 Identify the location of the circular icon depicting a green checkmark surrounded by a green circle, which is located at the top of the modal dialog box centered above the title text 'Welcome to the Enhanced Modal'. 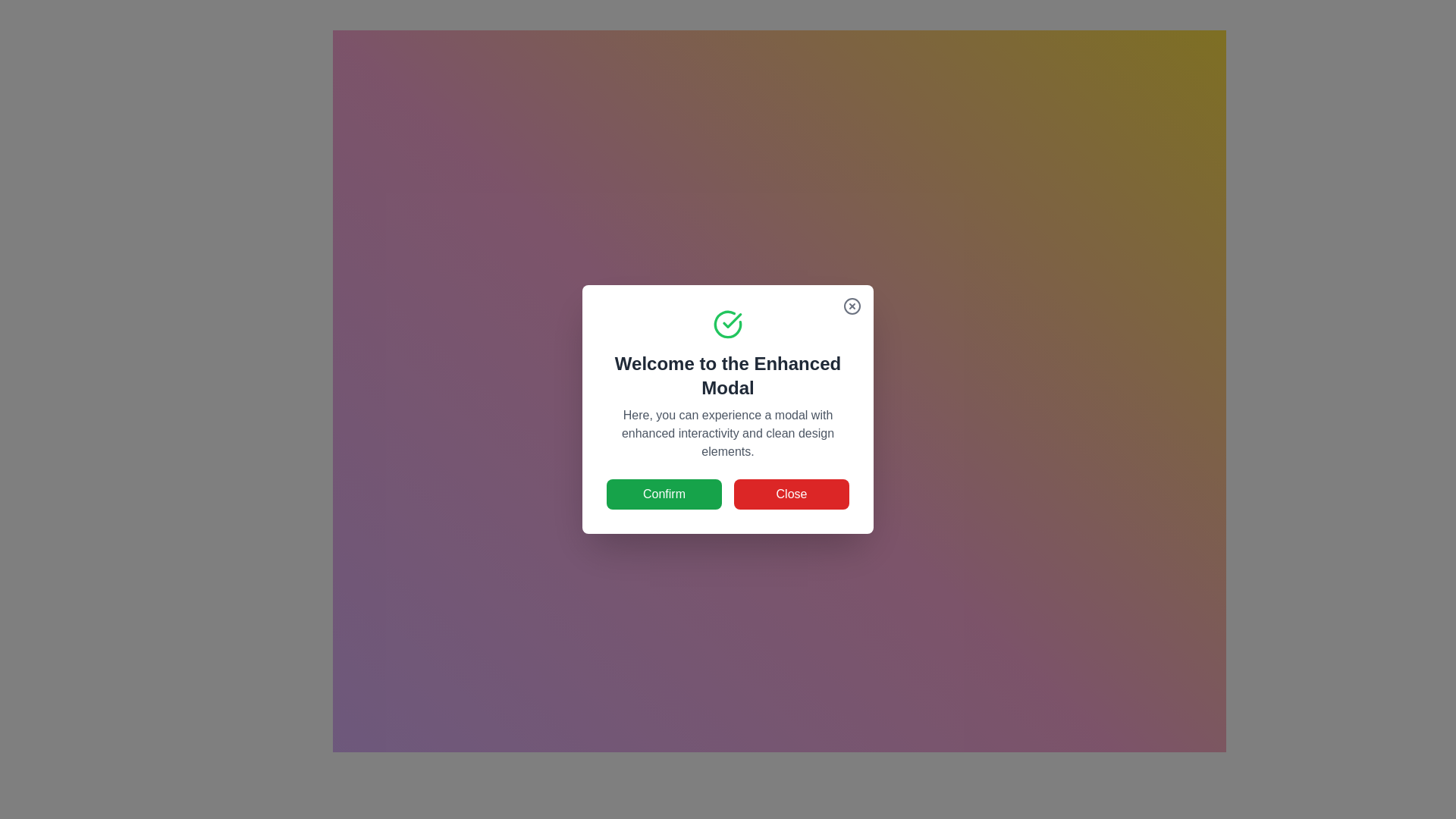
(728, 324).